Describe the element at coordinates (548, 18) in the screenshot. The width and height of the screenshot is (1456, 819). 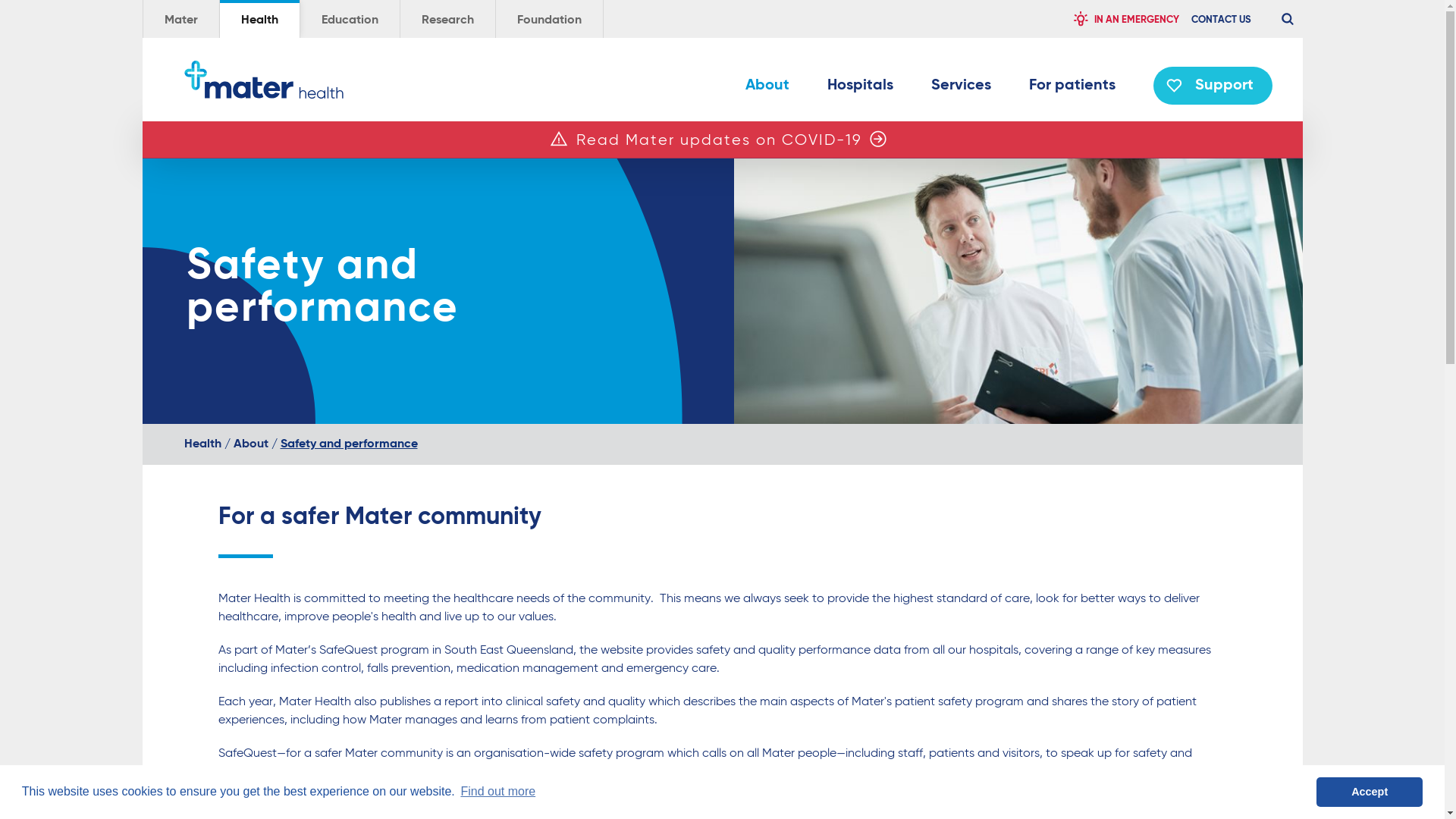
I see `'Foundation'` at that location.